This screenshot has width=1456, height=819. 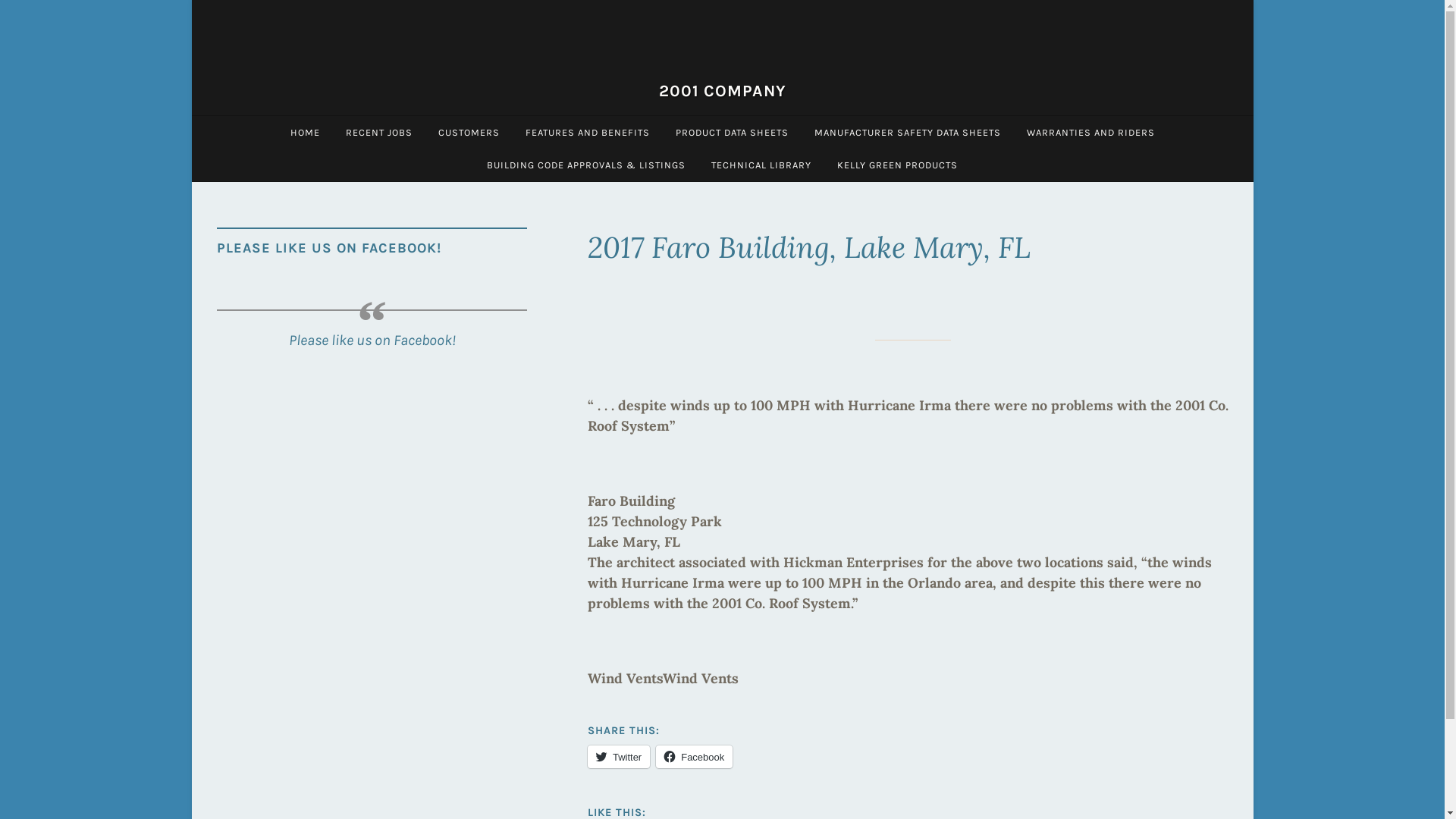 I want to click on 'PRODUCT DATA SHEETS', so click(x=732, y=131).